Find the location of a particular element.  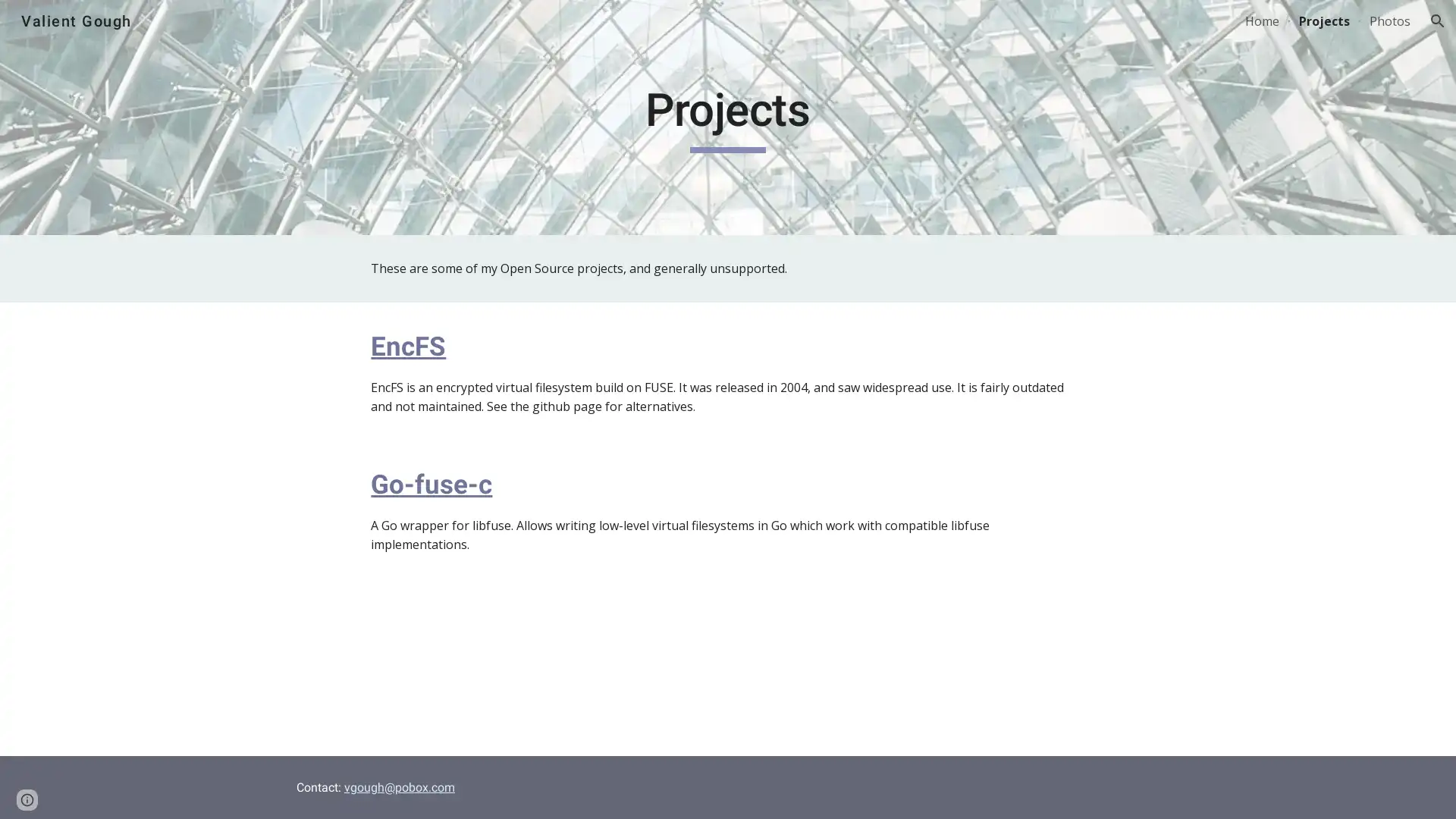

Site actions is located at coordinates (27, 792).